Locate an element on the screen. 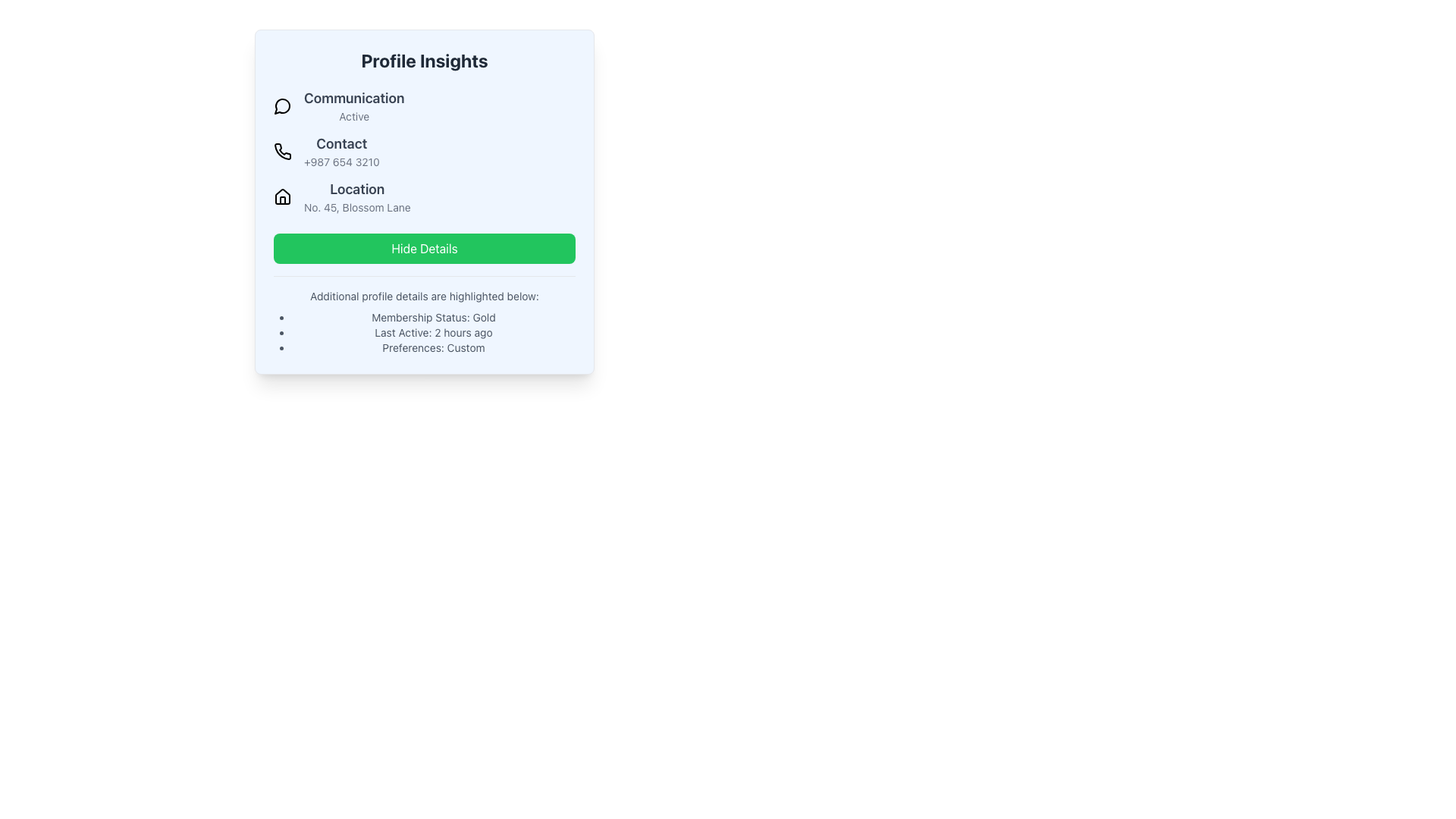  text label displaying 'Membership Status: Gold' which is the first item in a bulleted list under the 'Additional profile details are highlighted below:' note is located at coordinates (432, 317).